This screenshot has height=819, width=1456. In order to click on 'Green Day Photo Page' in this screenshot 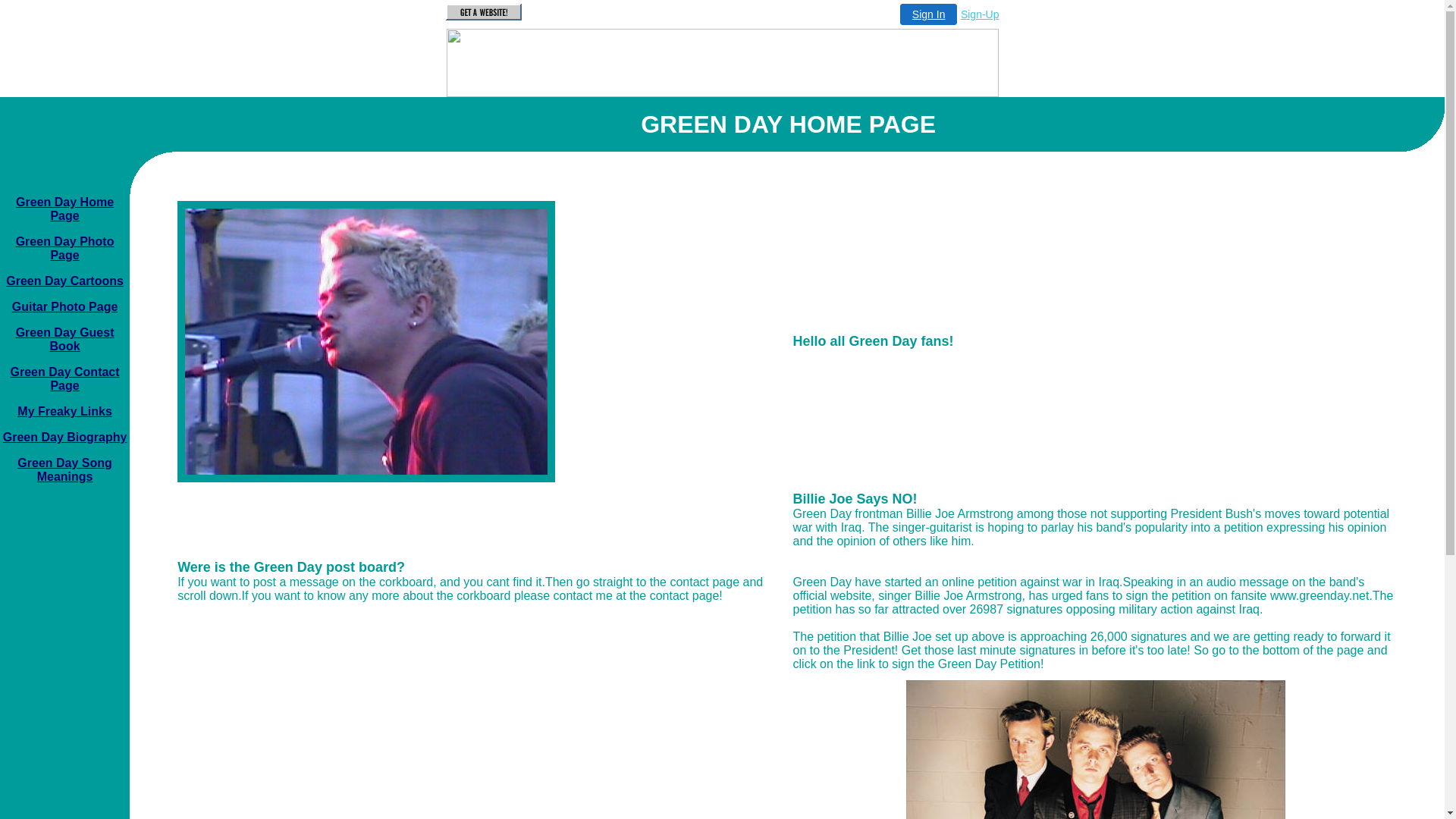, I will do `click(64, 247)`.